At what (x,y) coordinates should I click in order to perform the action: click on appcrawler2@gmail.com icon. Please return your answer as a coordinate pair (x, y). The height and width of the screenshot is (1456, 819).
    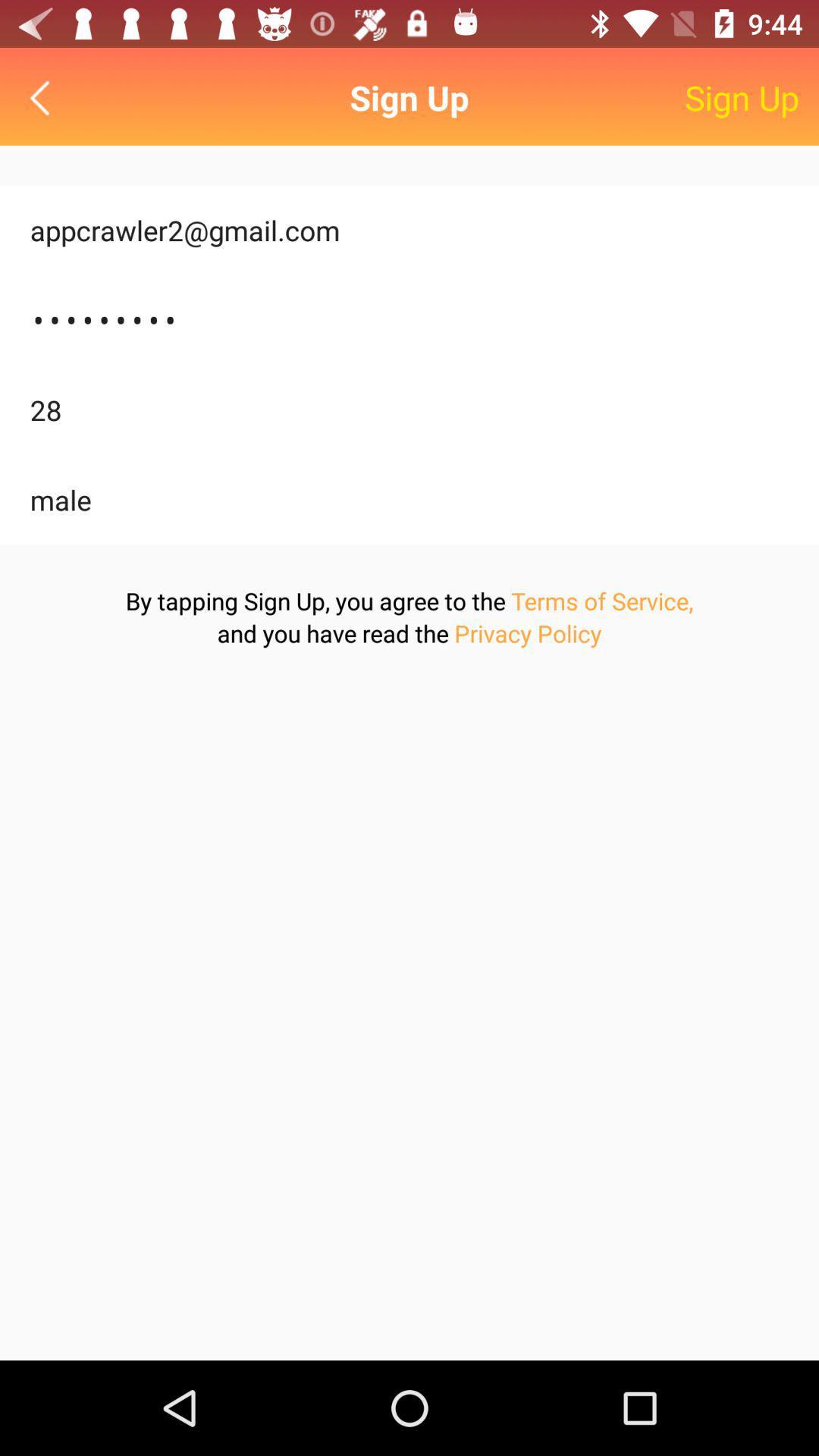
    Looking at the image, I should click on (409, 229).